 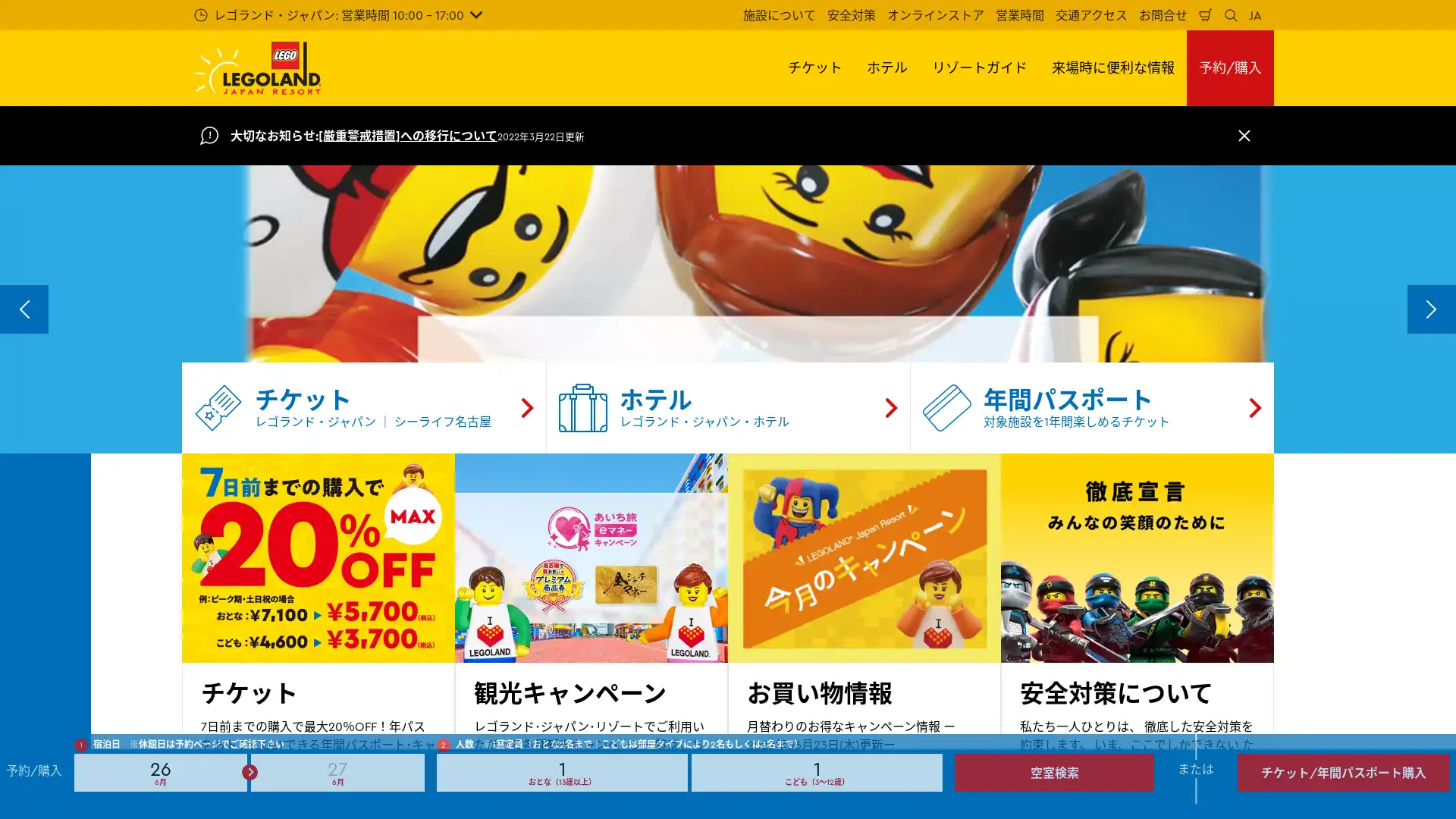 I want to click on JA, so click(x=1255, y=14).